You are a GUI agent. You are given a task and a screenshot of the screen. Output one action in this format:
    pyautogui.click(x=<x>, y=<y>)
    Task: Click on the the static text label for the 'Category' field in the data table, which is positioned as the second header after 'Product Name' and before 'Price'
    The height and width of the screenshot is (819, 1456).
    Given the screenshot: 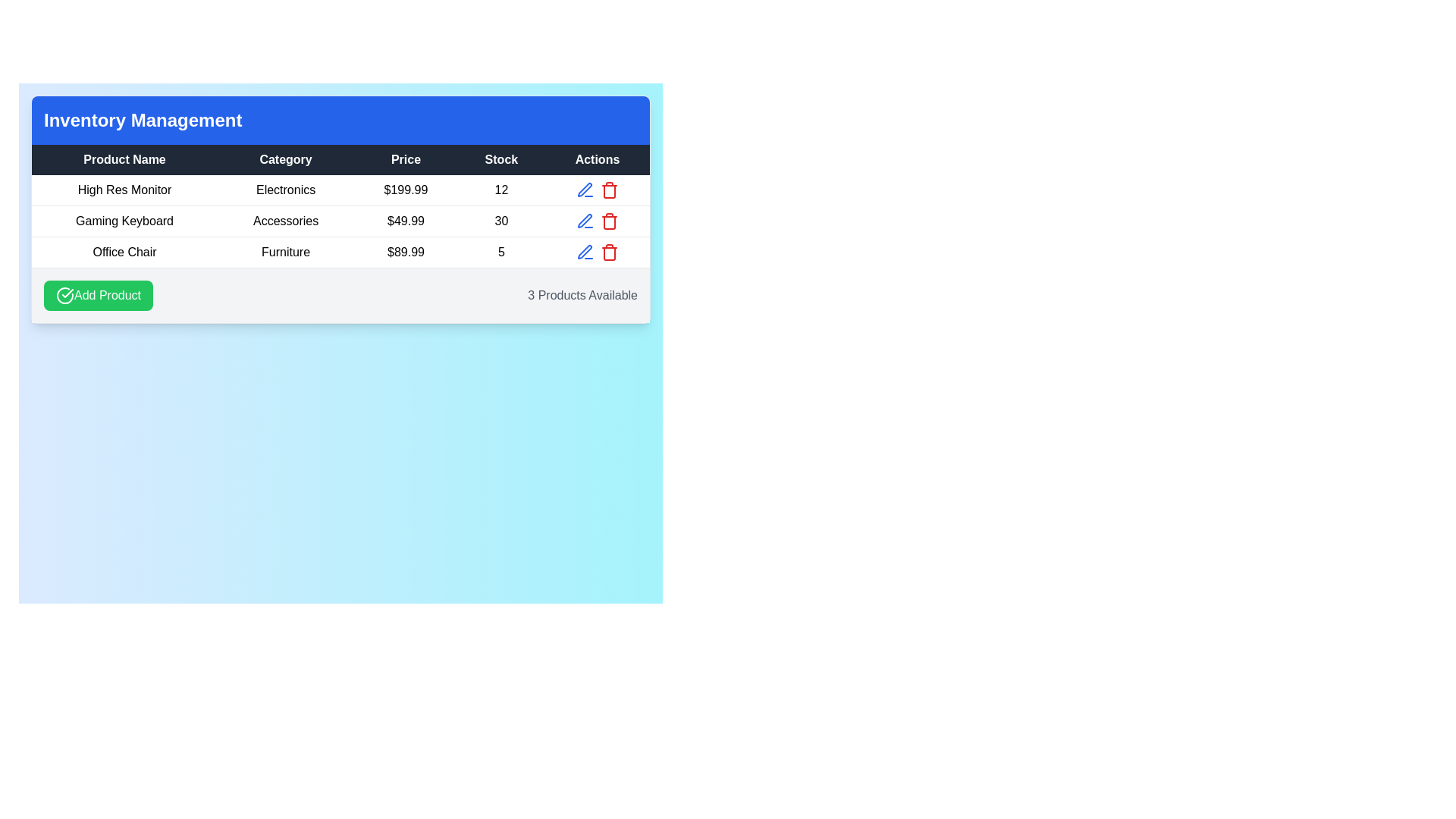 What is the action you would take?
    pyautogui.click(x=286, y=160)
    